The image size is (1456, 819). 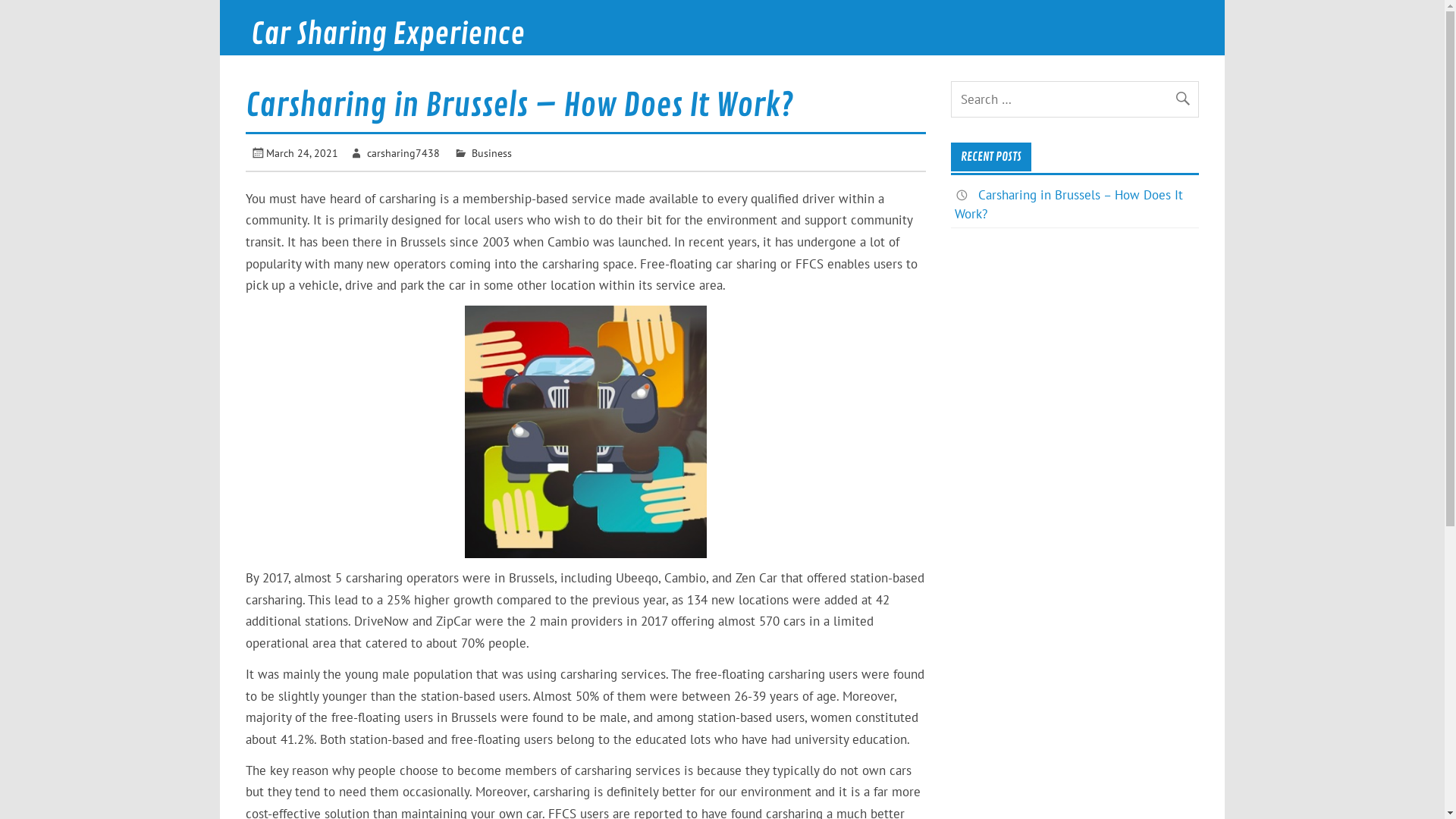 I want to click on 'March 24, 2021', so click(x=302, y=152).